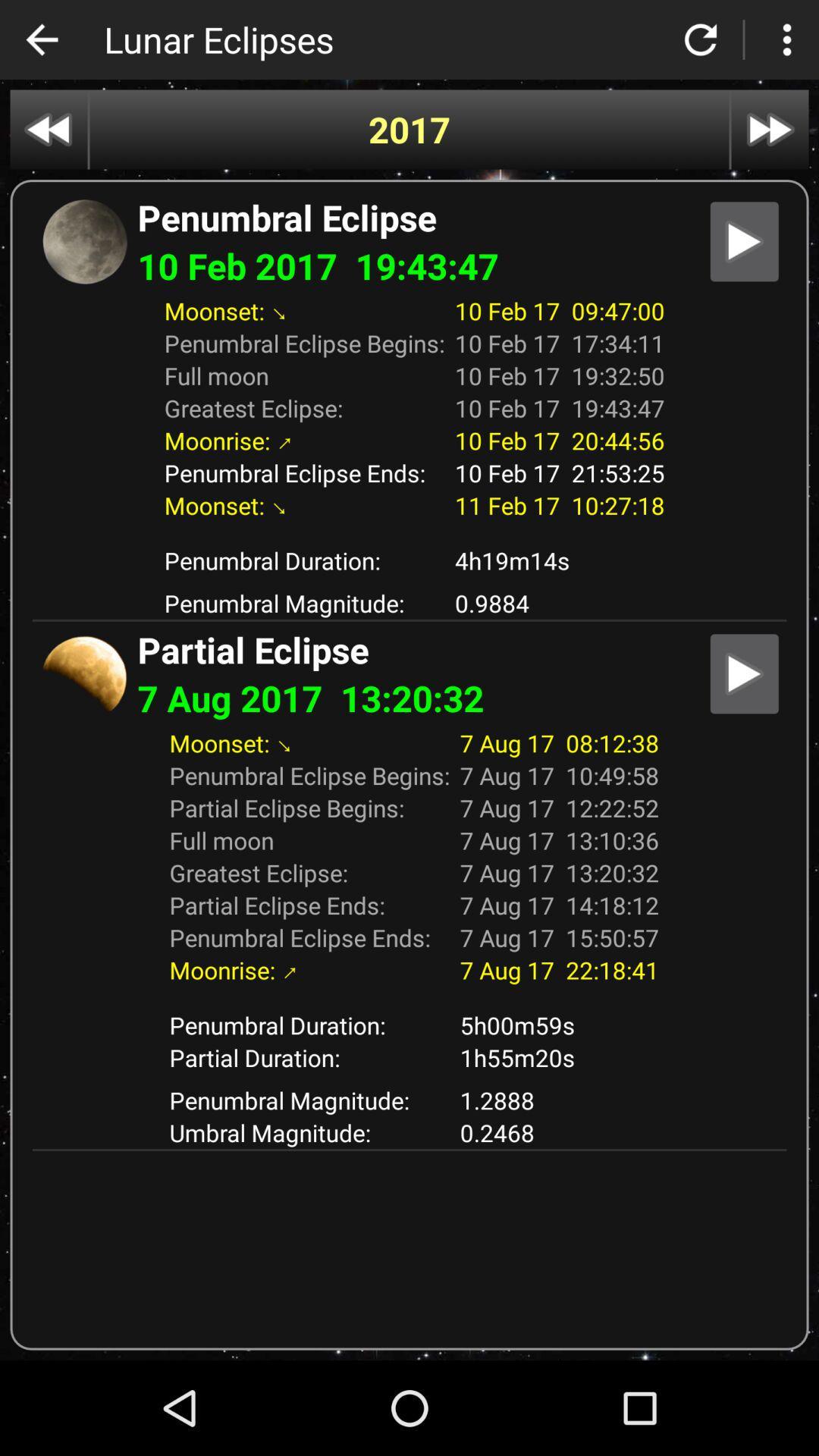  What do you see at coordinates (309, 1132) in the screenshot?
I see `the item below penumbral magnitude: icon` at bounding box center [309, 1132].